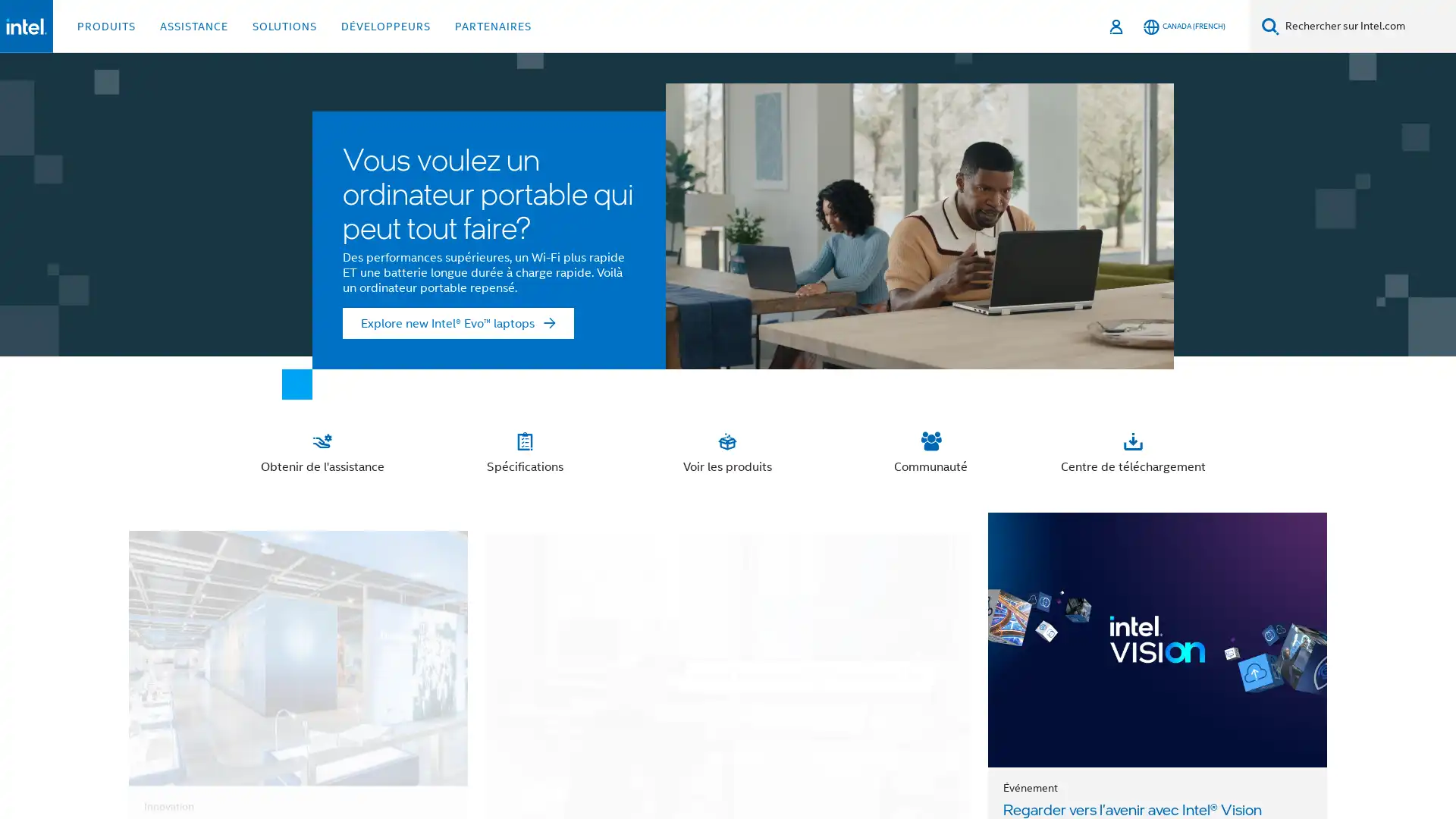 This screenshot has width=1456, height=819. What do you see at coordinates (1117, 26) in the screenshot?
I see `Se connecter` at bounding box center [1117, 26].